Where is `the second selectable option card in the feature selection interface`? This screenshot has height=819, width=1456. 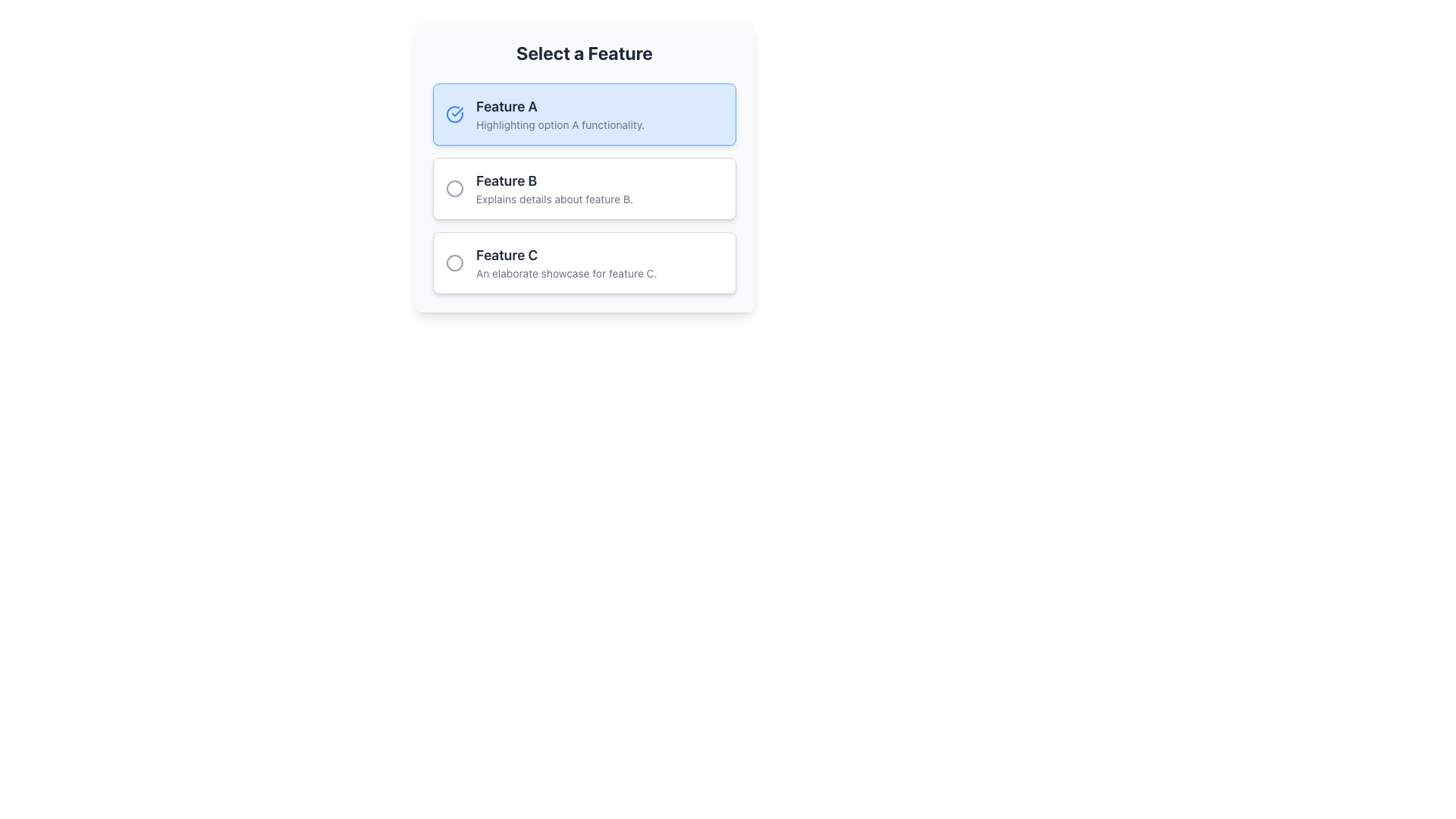 the second selectable option card in the feature selection interface is located at coordinates (584, 167).